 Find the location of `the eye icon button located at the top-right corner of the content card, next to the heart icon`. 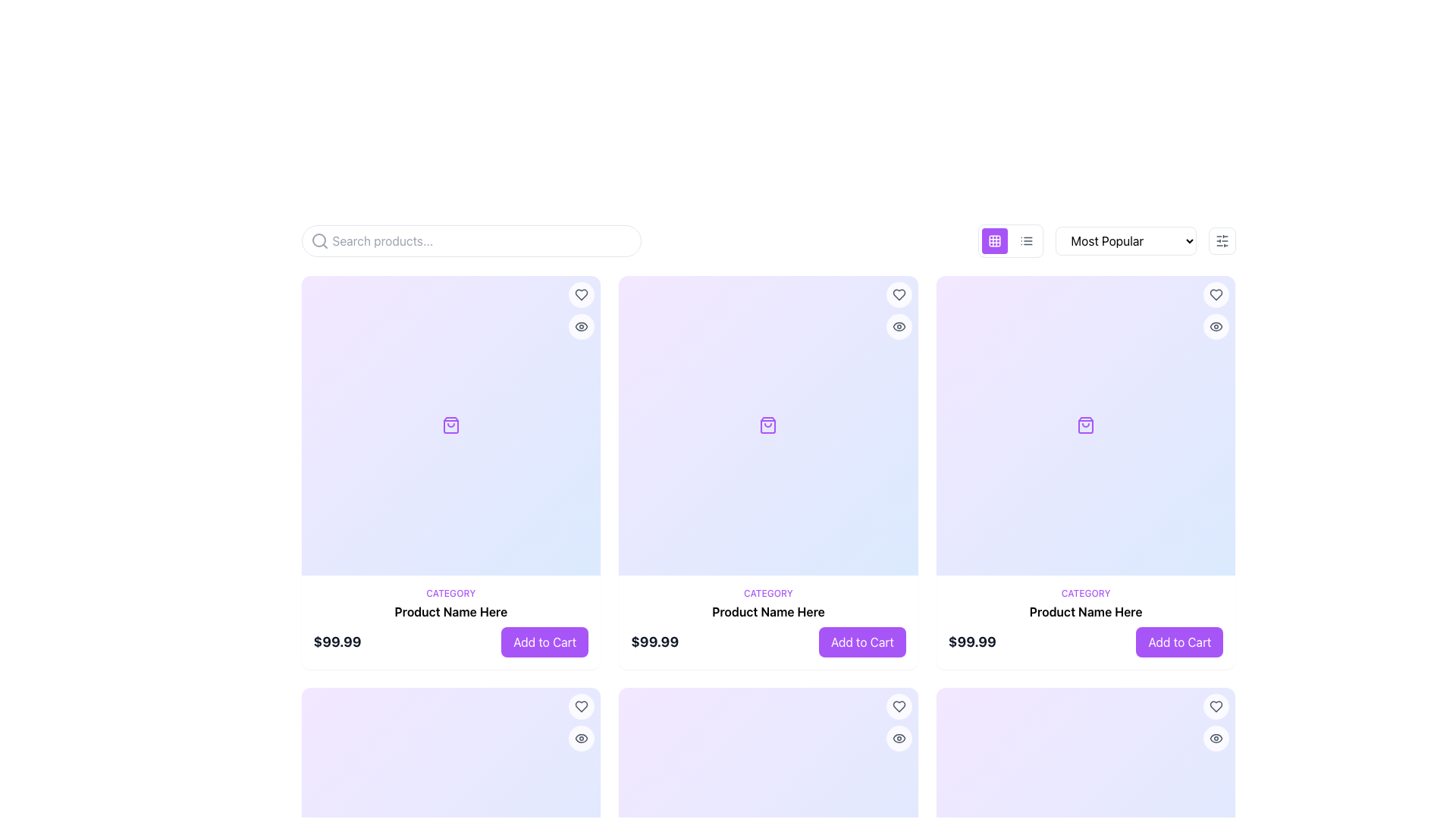

the eye icon button located at the top-right corner of the content card, next to the heart icon is located at coordinates (1216, 737).